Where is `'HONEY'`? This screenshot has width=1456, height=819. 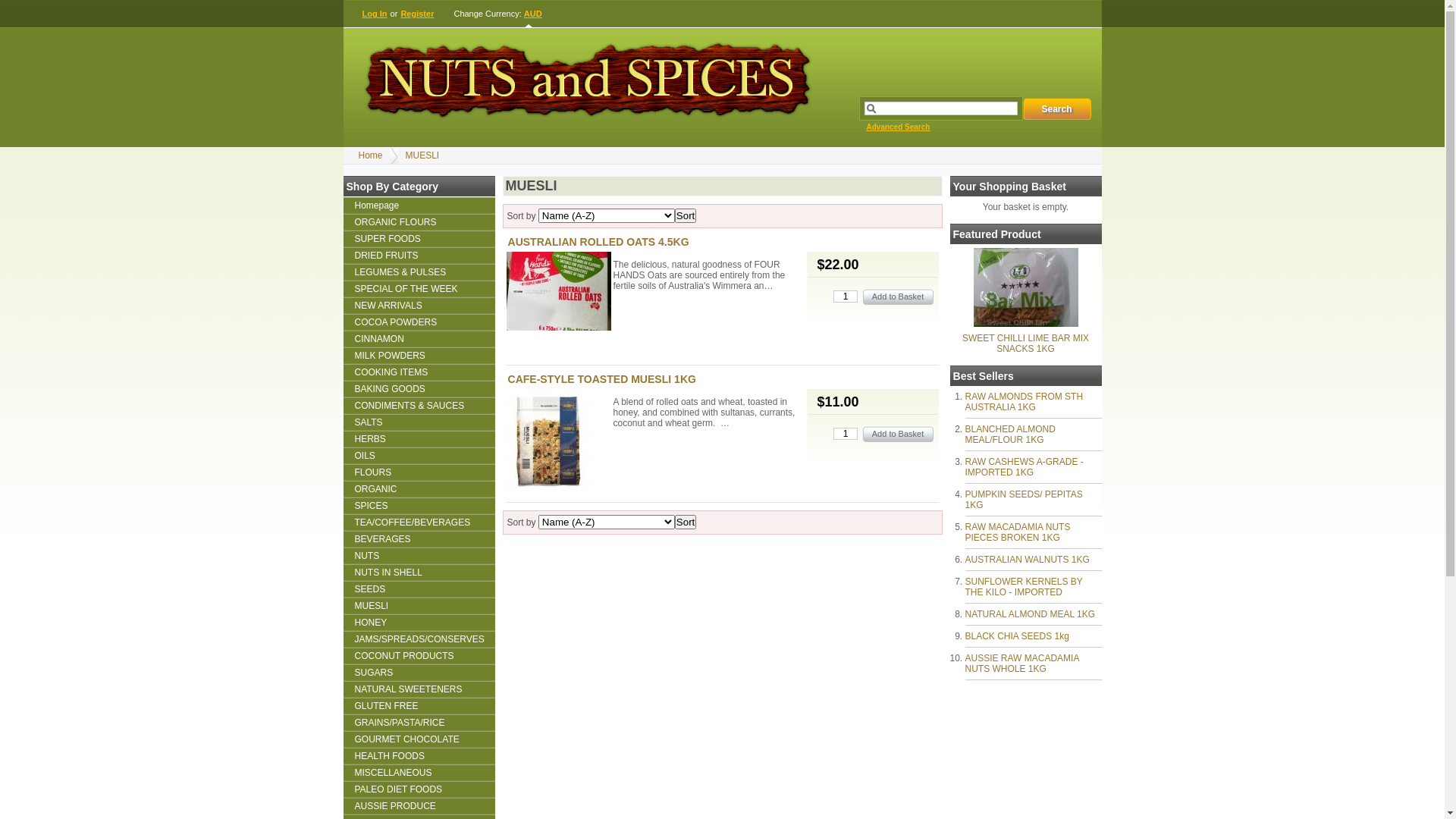
'HONEY' is located at coordinates (341, 623).